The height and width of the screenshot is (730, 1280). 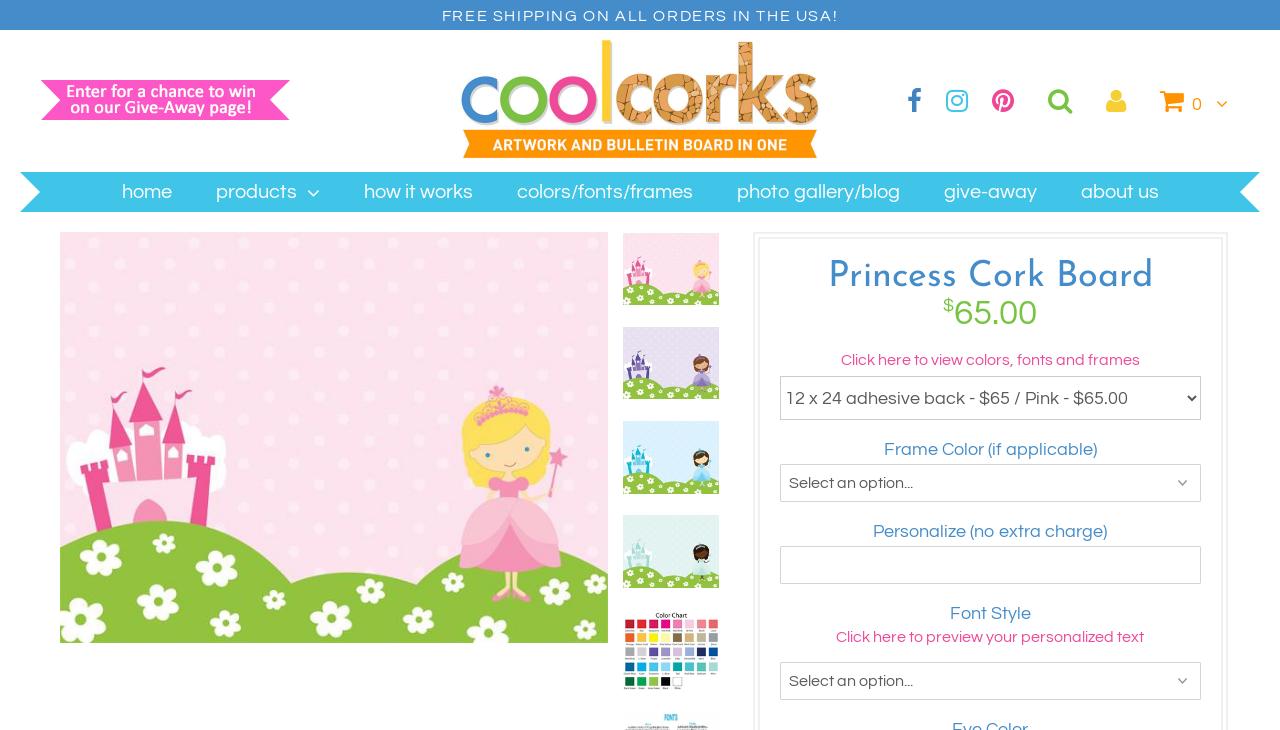 I want to click on '65.00', so click(x=995, y=313).